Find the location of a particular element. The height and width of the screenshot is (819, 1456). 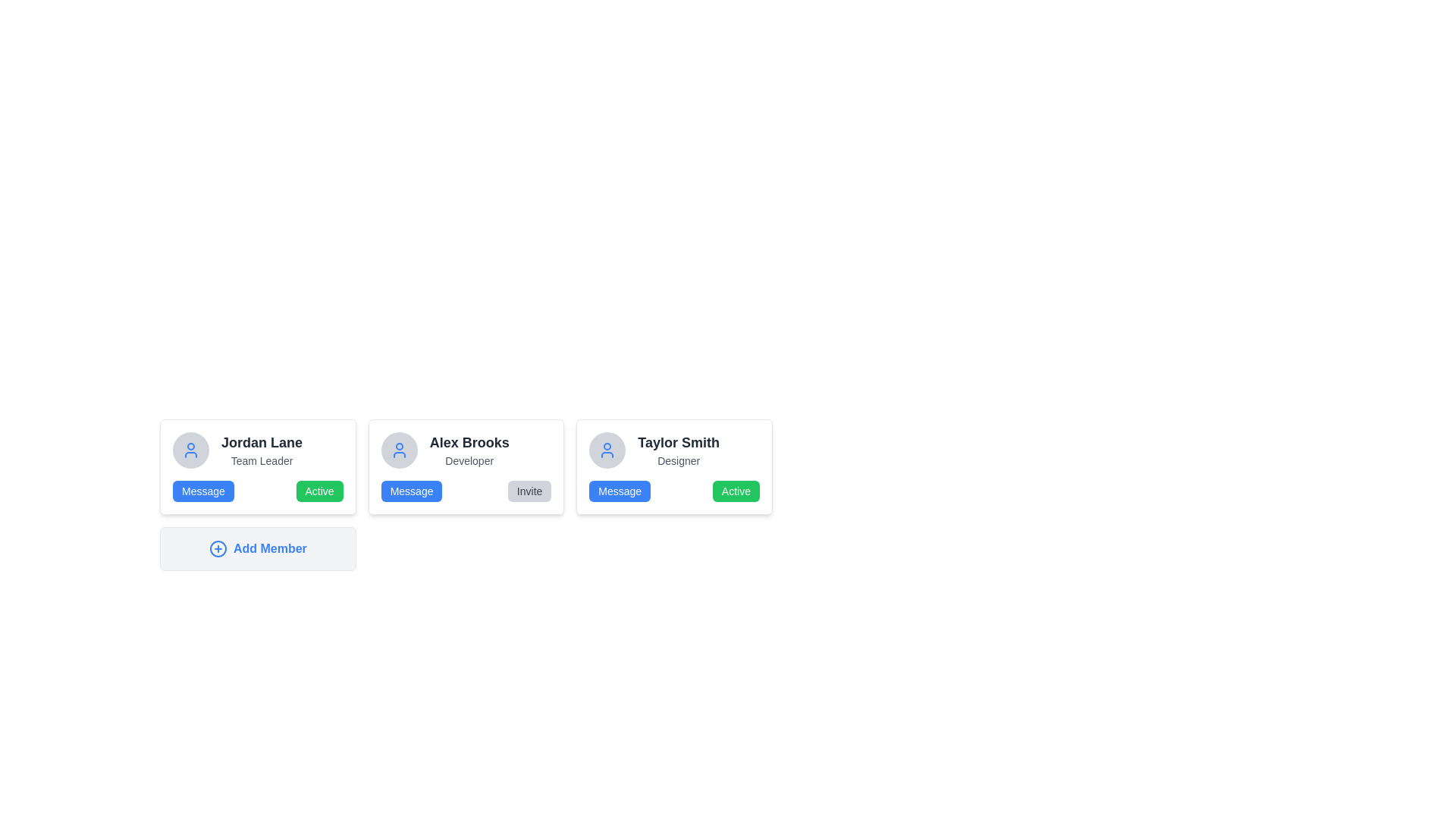

the circular image placeholder with a gray background and blue user silhouette to focus on it is located at coordinates (399, 450).